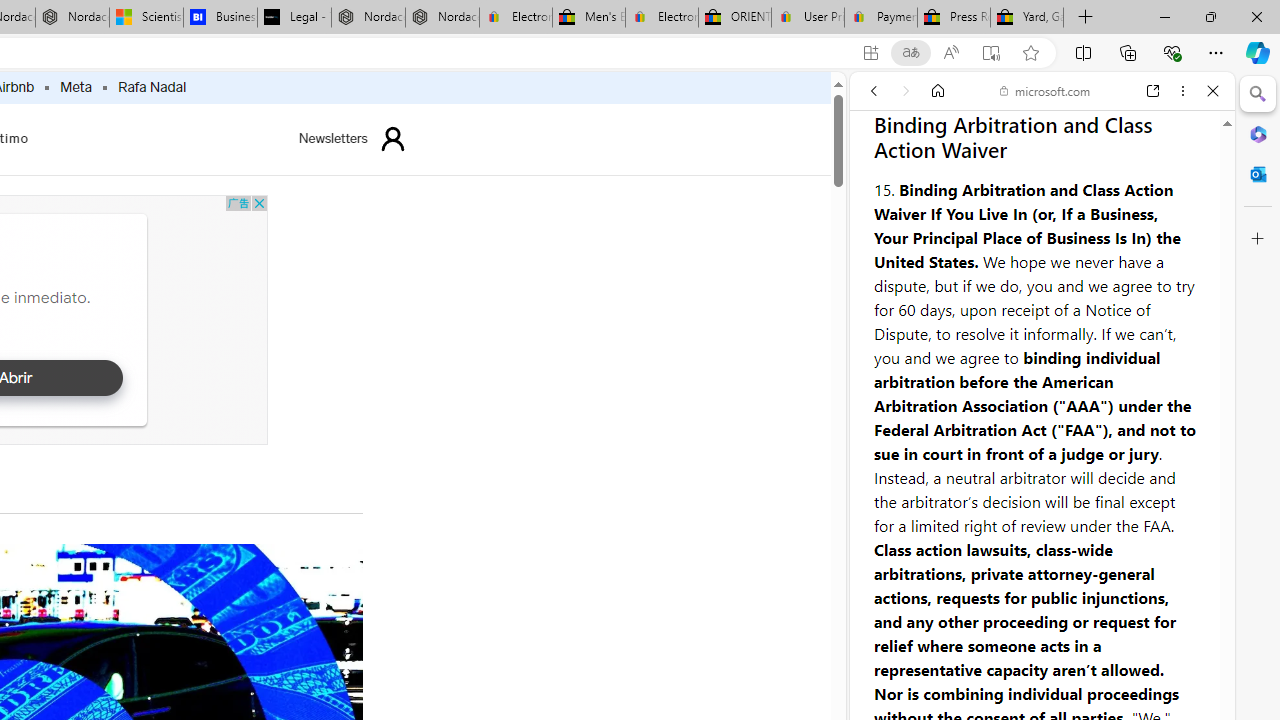 The width and height of the screenshot is (1280, 720). I want to click on 'Newsletters', so click(333, 138).